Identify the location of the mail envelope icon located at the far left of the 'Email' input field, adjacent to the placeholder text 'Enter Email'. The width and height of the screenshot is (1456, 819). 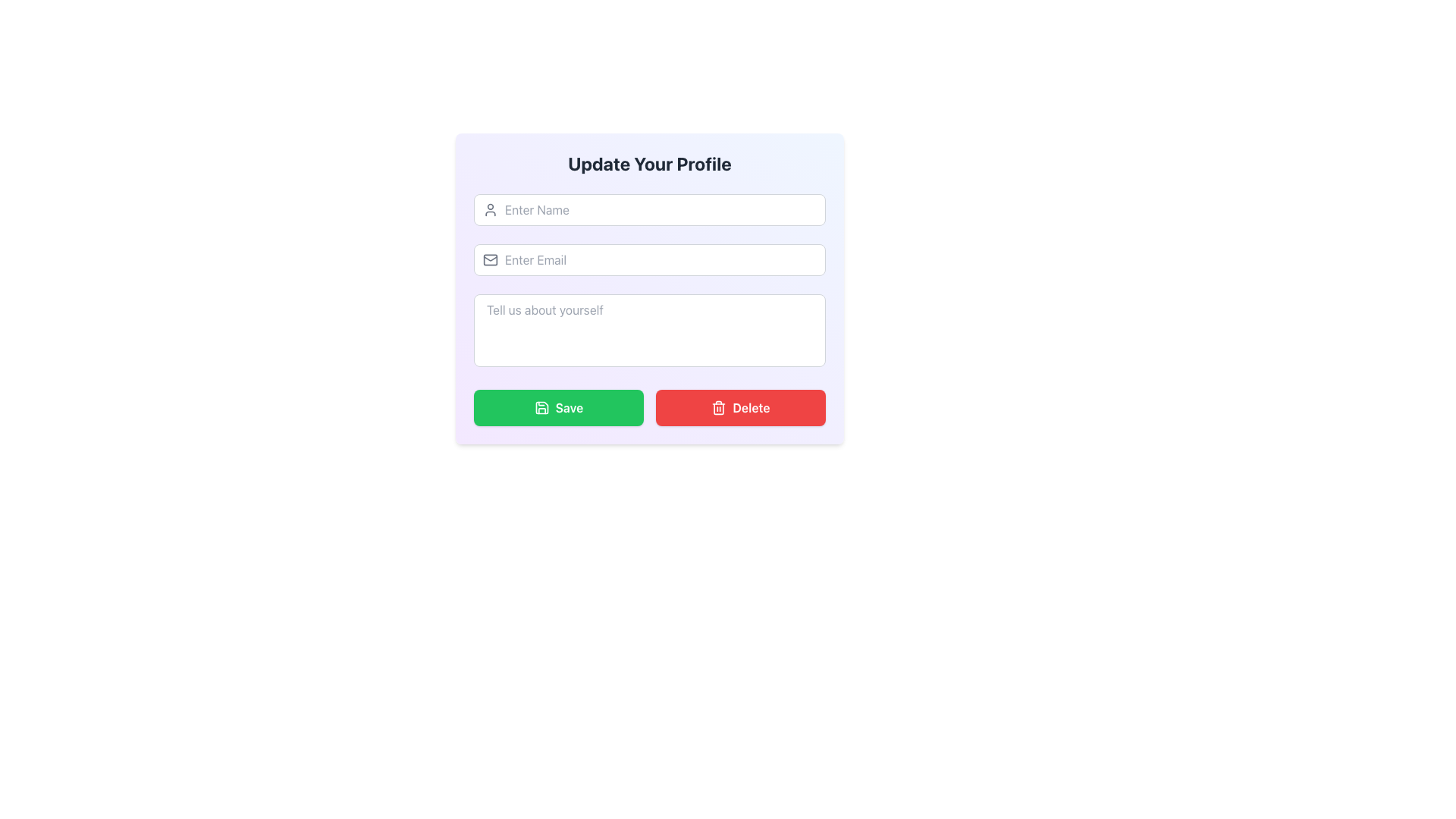
(491, 259).